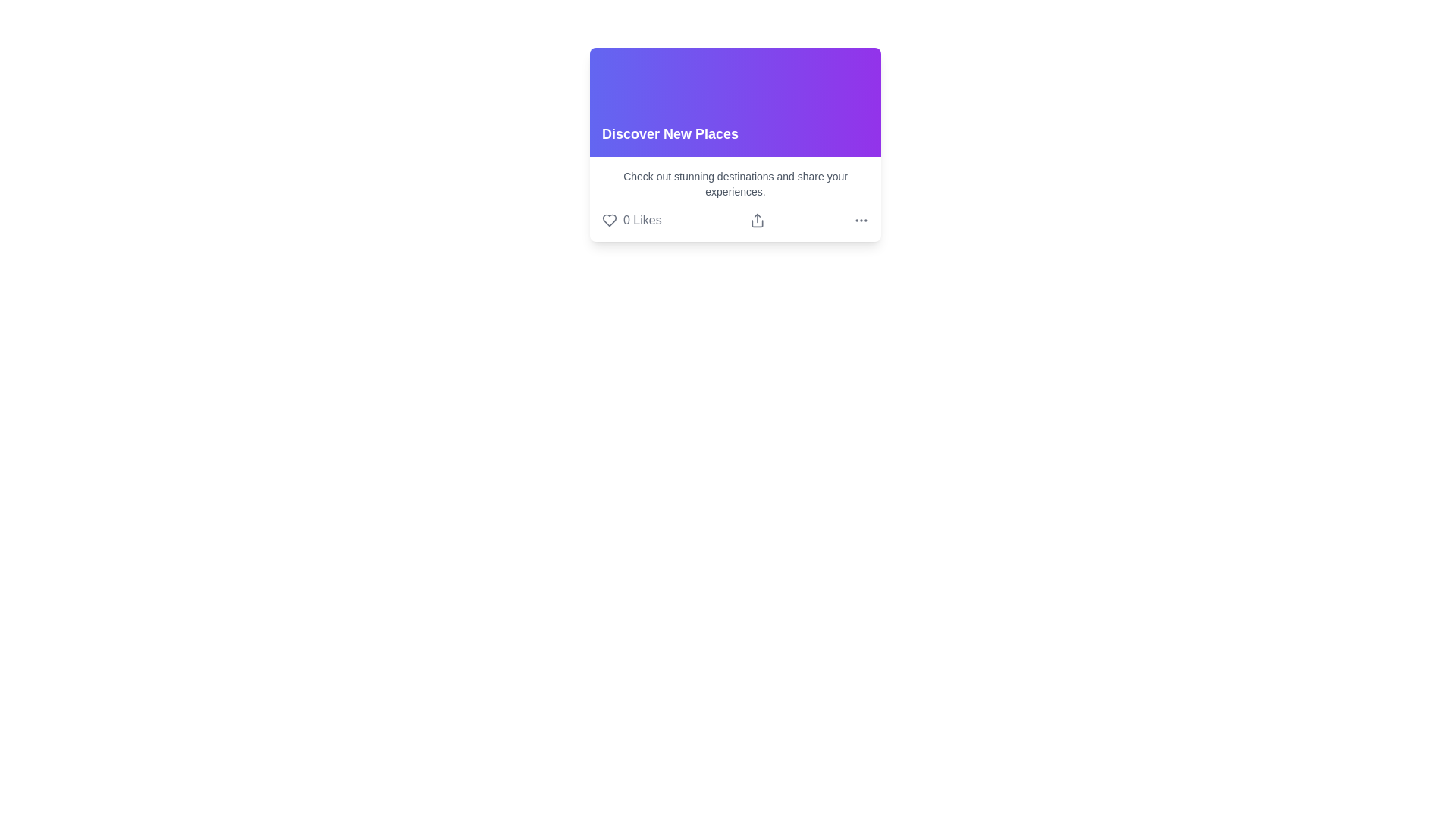 The width and height of the screenshot is (1456, 819). I want to click on the heart-shaped SVG icon located at the bottom left of the card, so click(610, 220).